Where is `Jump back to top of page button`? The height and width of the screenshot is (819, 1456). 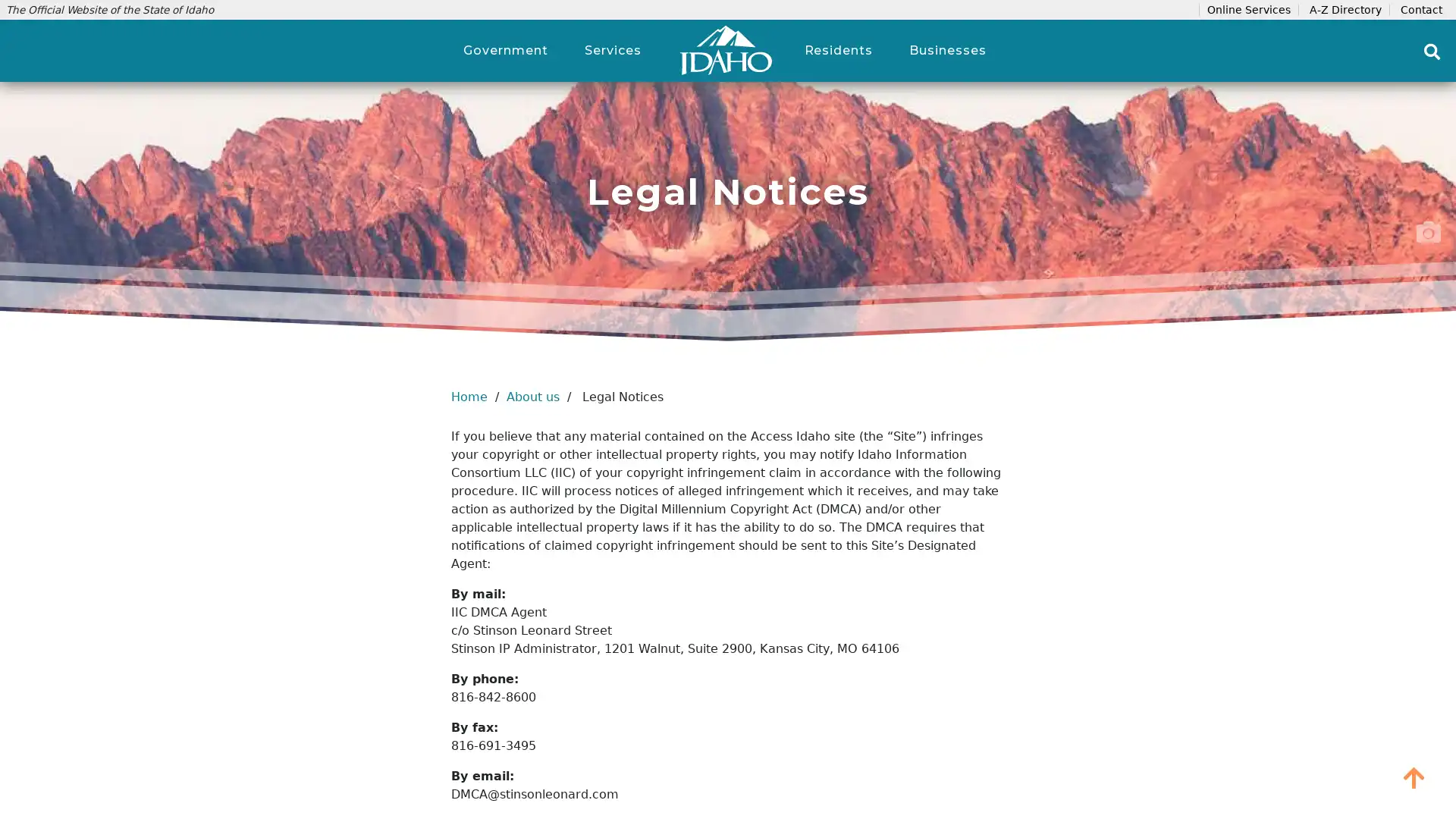
Jump back to top of page button is located at coordinates (1414, 777).